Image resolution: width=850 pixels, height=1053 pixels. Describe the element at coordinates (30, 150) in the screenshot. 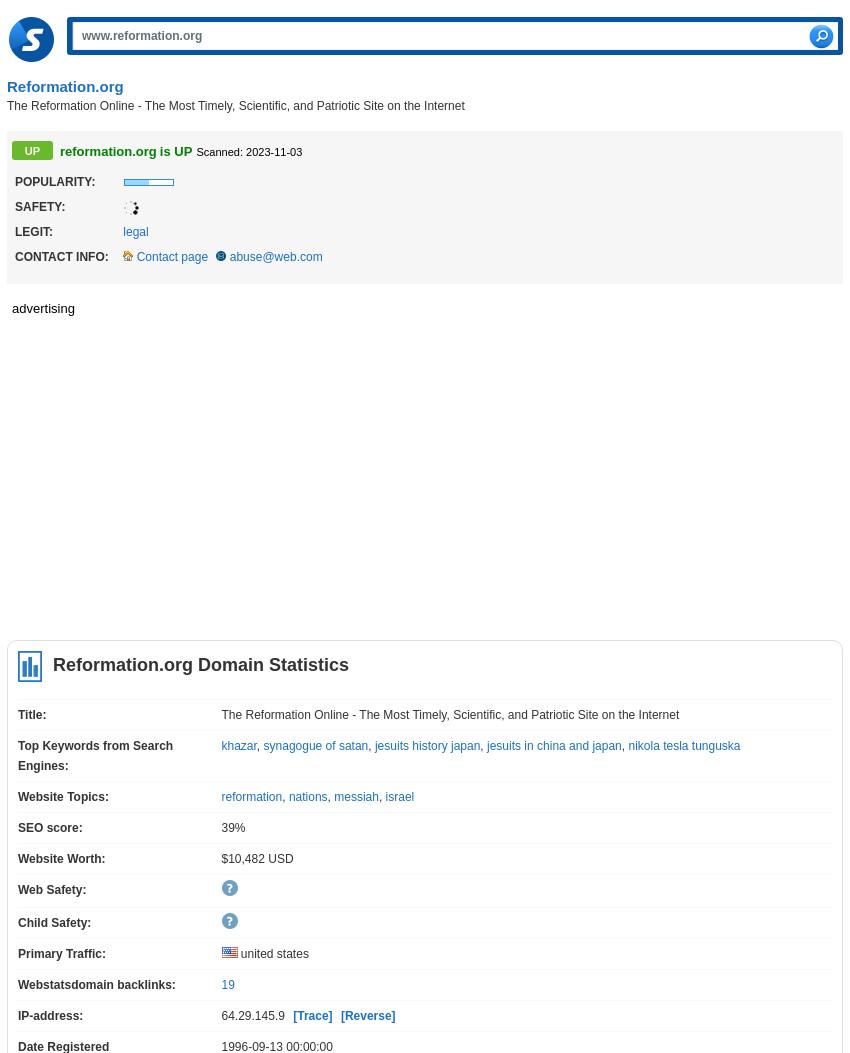

I see `'UP'` at that location.